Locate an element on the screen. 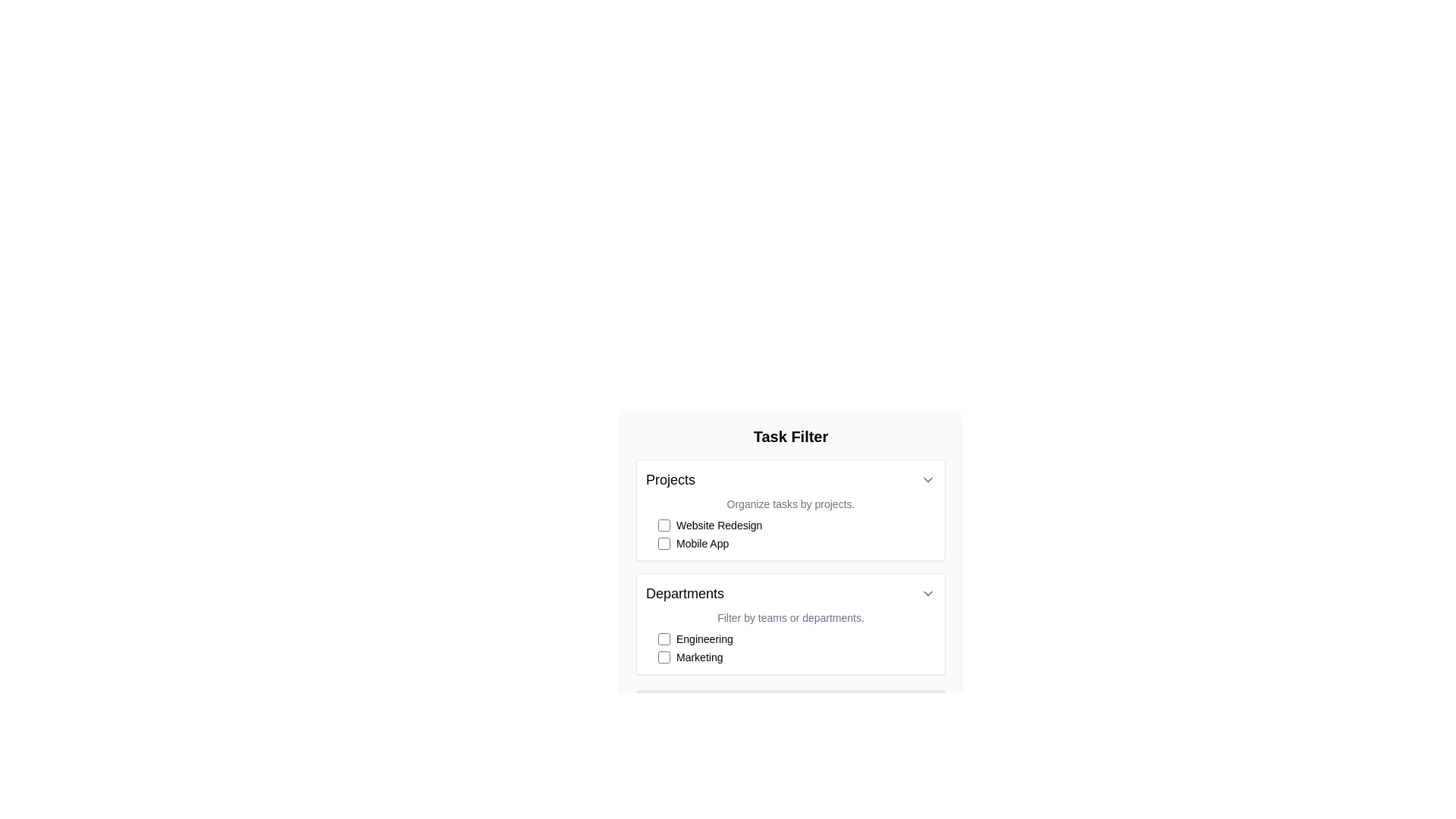 This screenshot has width=1456, height=819. the chevron icon in the second filter section of the 'Task Filter' panel to expand the options for filtering tasks or projects by departments is located at coordinates (789, 623).